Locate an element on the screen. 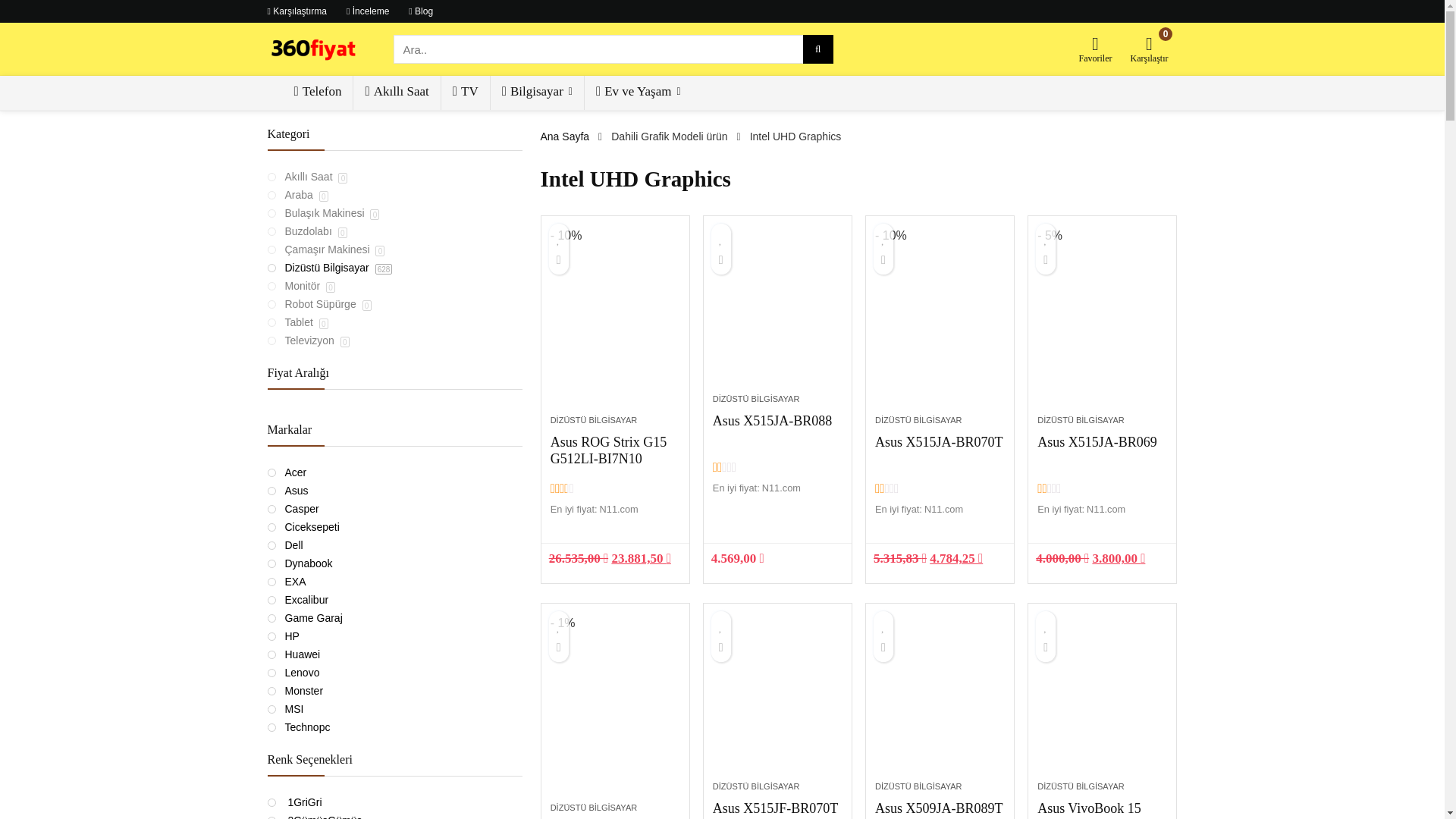  'Bilgisayar' is located at coordinates (537, 93).